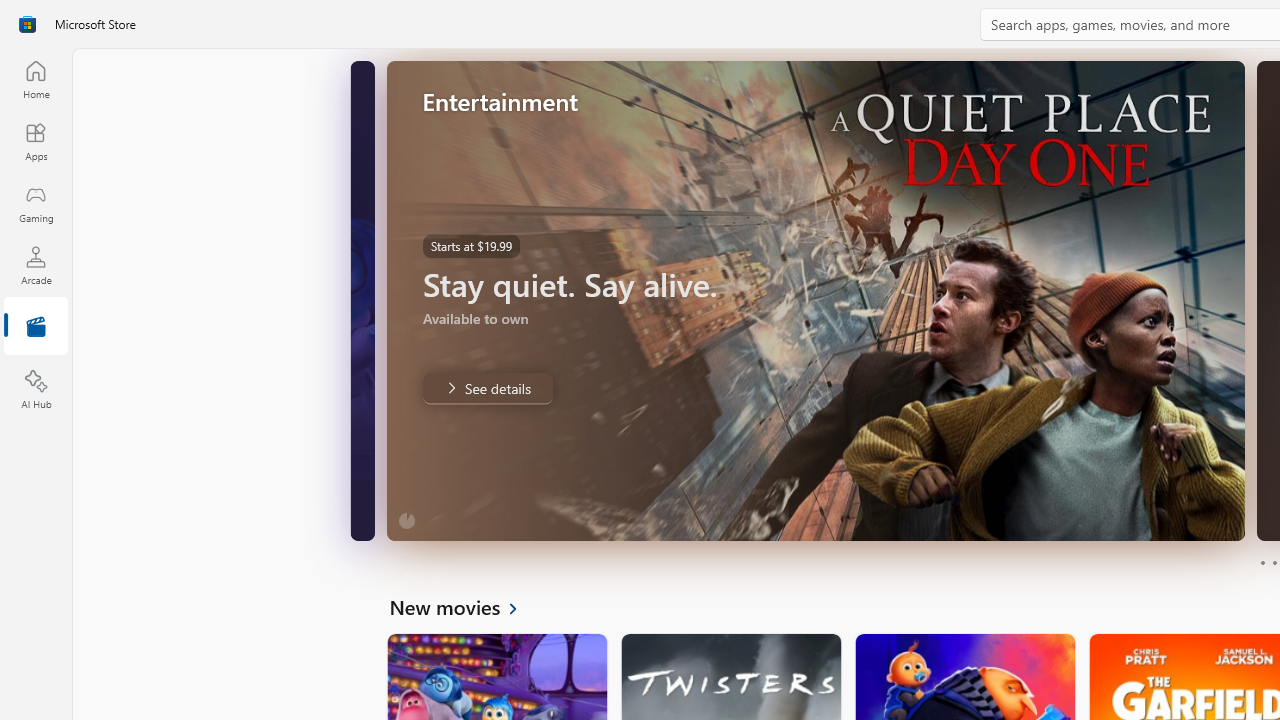  What do you see at coordinates (35, 78) in the screenshot?
I see `'Home'` at bounding box center [35, 78].